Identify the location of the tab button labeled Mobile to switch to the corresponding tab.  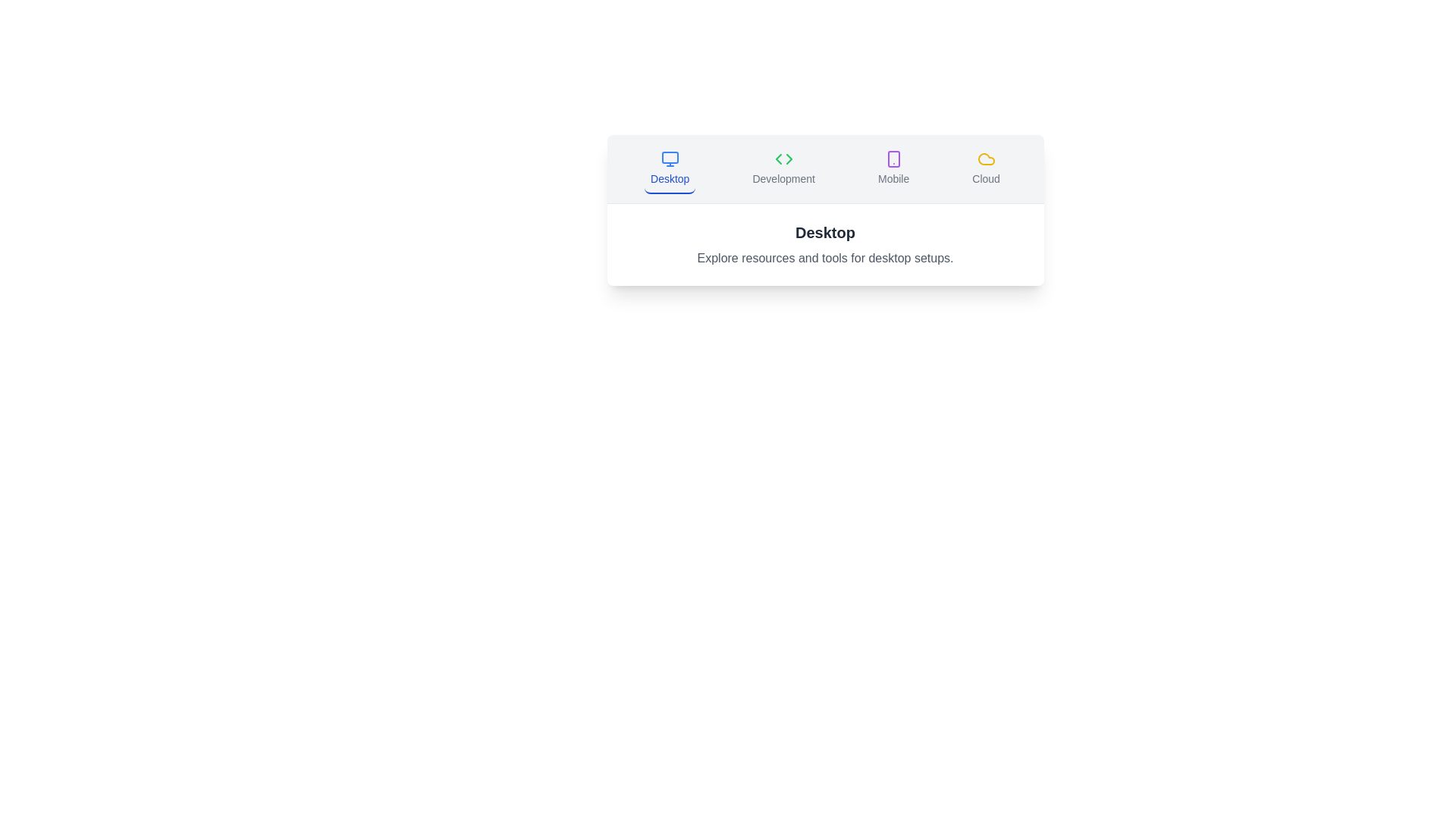
(893, 169).